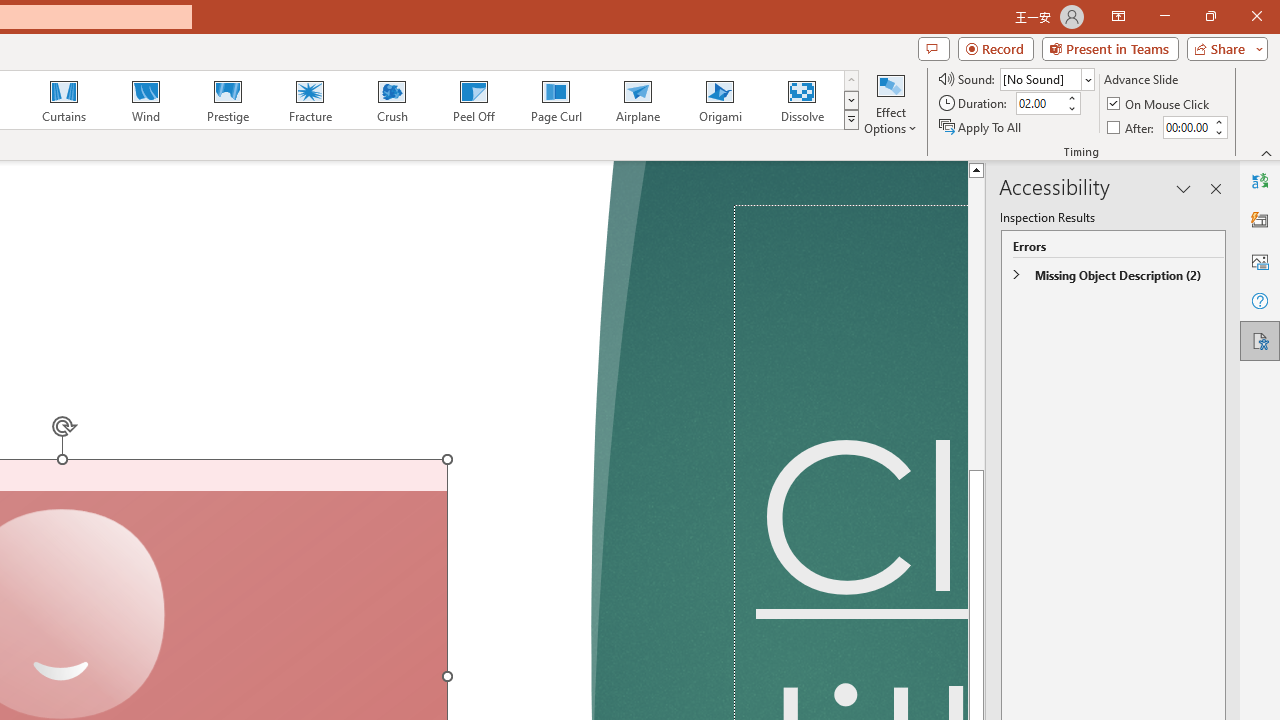 Image resolution: width=1280 pixels, height=720 pixels. I want to click on 'Crush', so click(391, 100).